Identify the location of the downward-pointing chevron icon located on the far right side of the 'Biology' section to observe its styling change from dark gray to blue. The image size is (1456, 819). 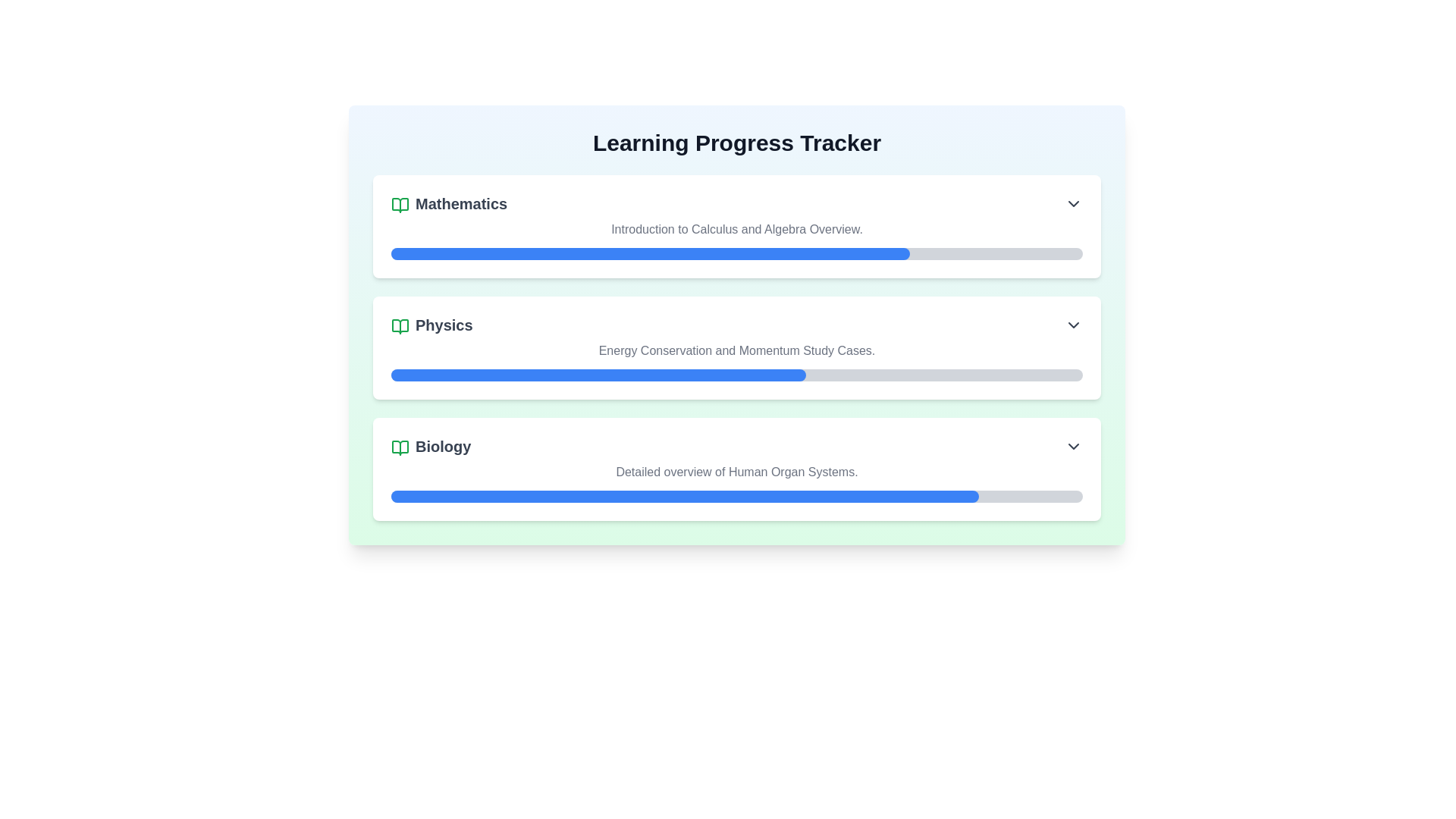
(1073, 446).